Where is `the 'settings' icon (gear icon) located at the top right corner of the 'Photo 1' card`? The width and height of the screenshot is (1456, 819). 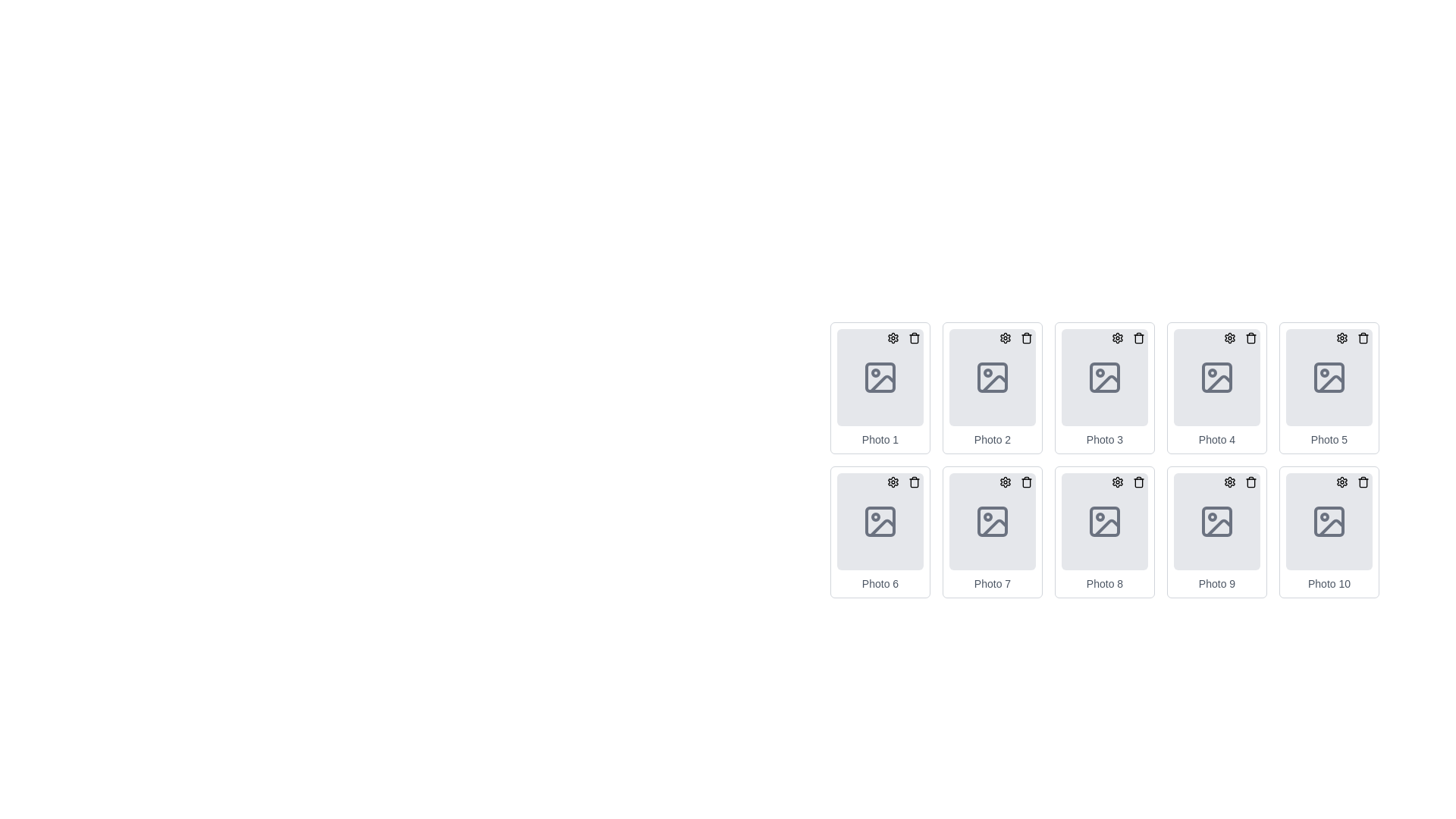
the 'settings' icon (gear icon) located at the top right corner of the 'Photo 1' card is located at coordinates (903, 337).